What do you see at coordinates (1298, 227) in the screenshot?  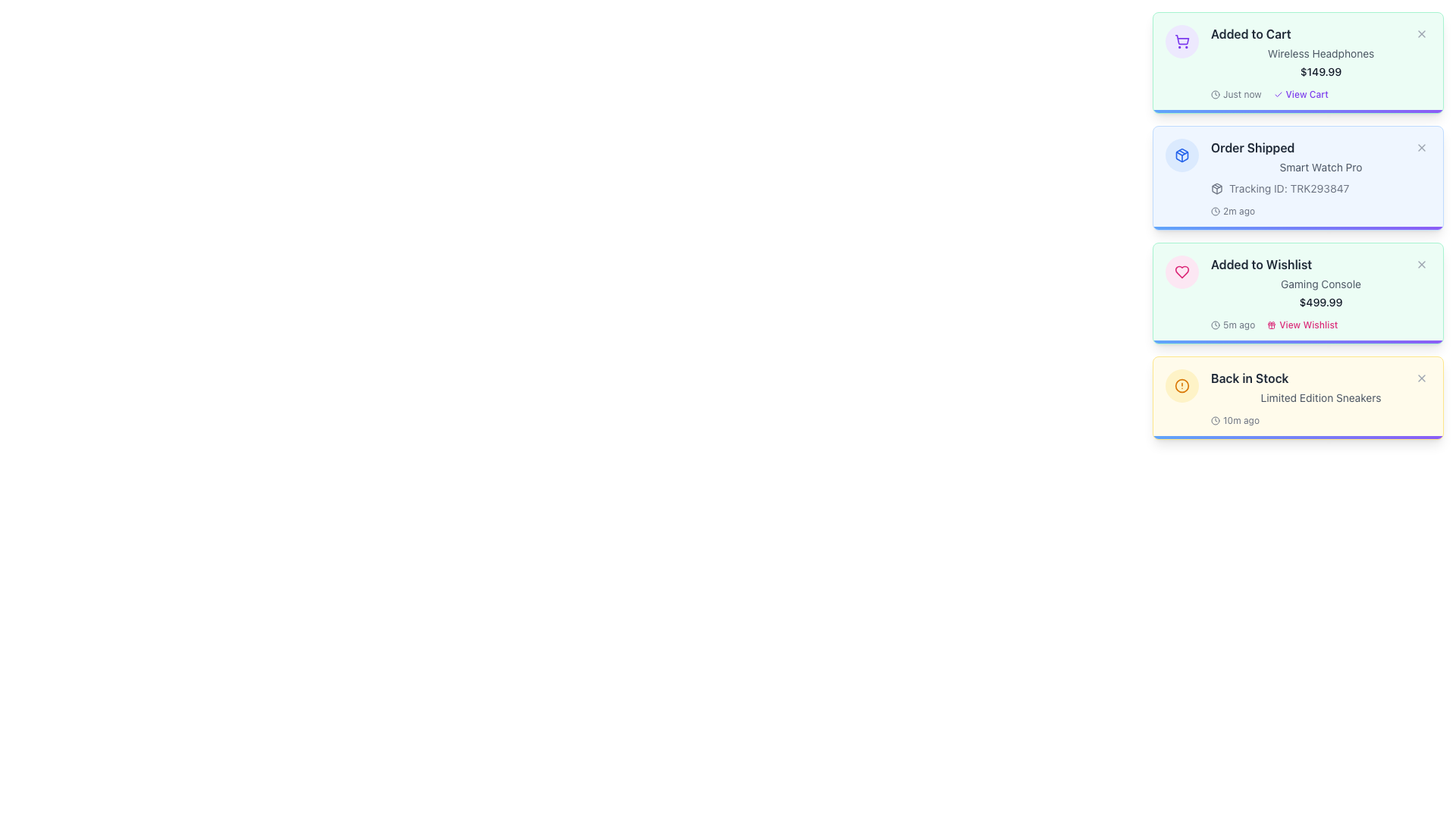 I see `the progress bar located at the bottom edge of the 'Order Shipped' notification card, underneath the content of the card, which includes 'Order Shipped', 'Smart Watch Pro', and a tracking ID` at bounding box center [1298, 227].